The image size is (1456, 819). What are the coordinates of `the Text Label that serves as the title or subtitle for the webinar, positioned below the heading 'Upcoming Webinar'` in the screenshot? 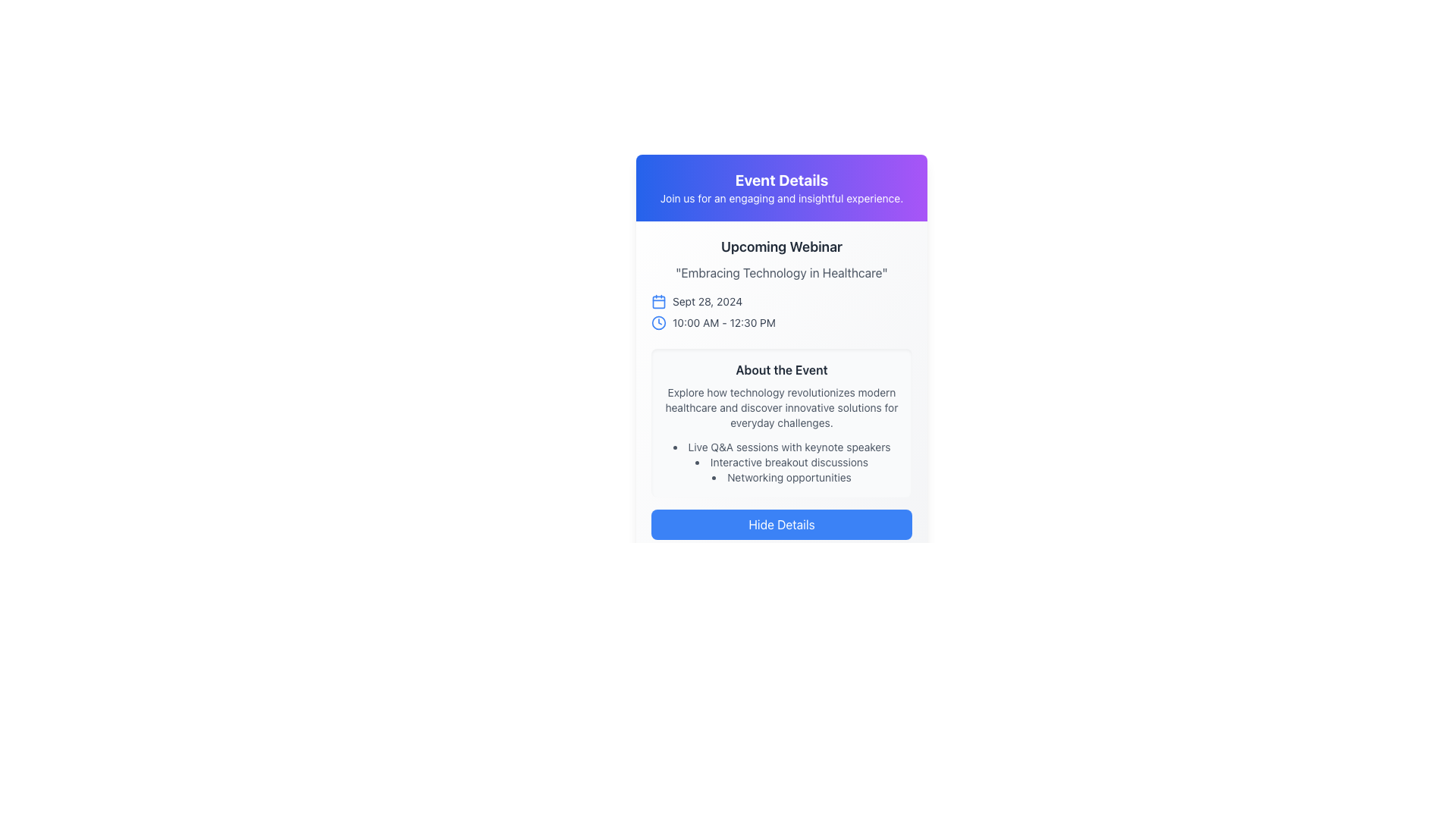 It's located at (782, 271).